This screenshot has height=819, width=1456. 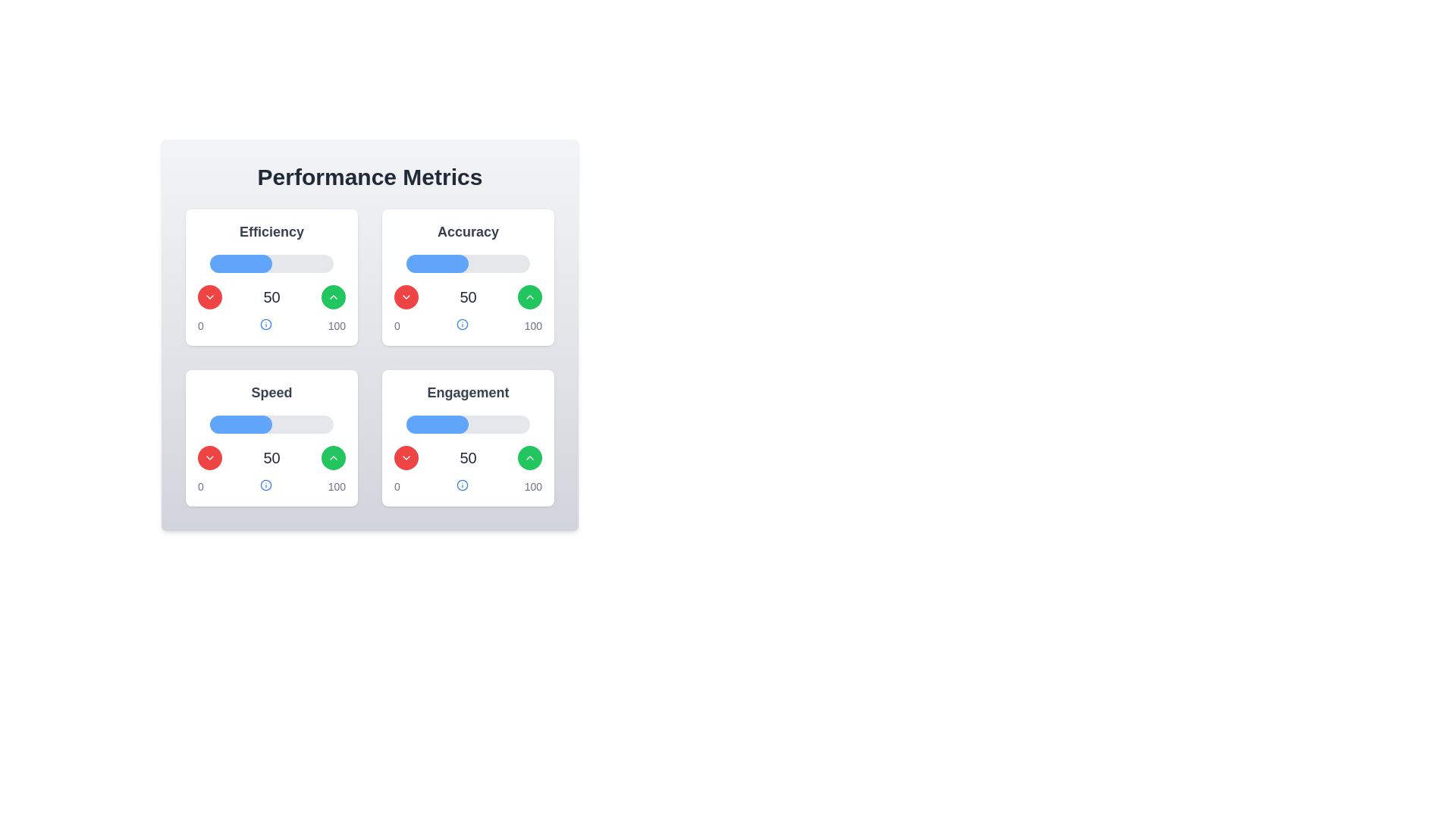 I want to click on the circular Indicator icon with a blue outline located under the '50' text in the 'Accuracy' section of the Performance Metrics panel, so click(x=461, y=324).